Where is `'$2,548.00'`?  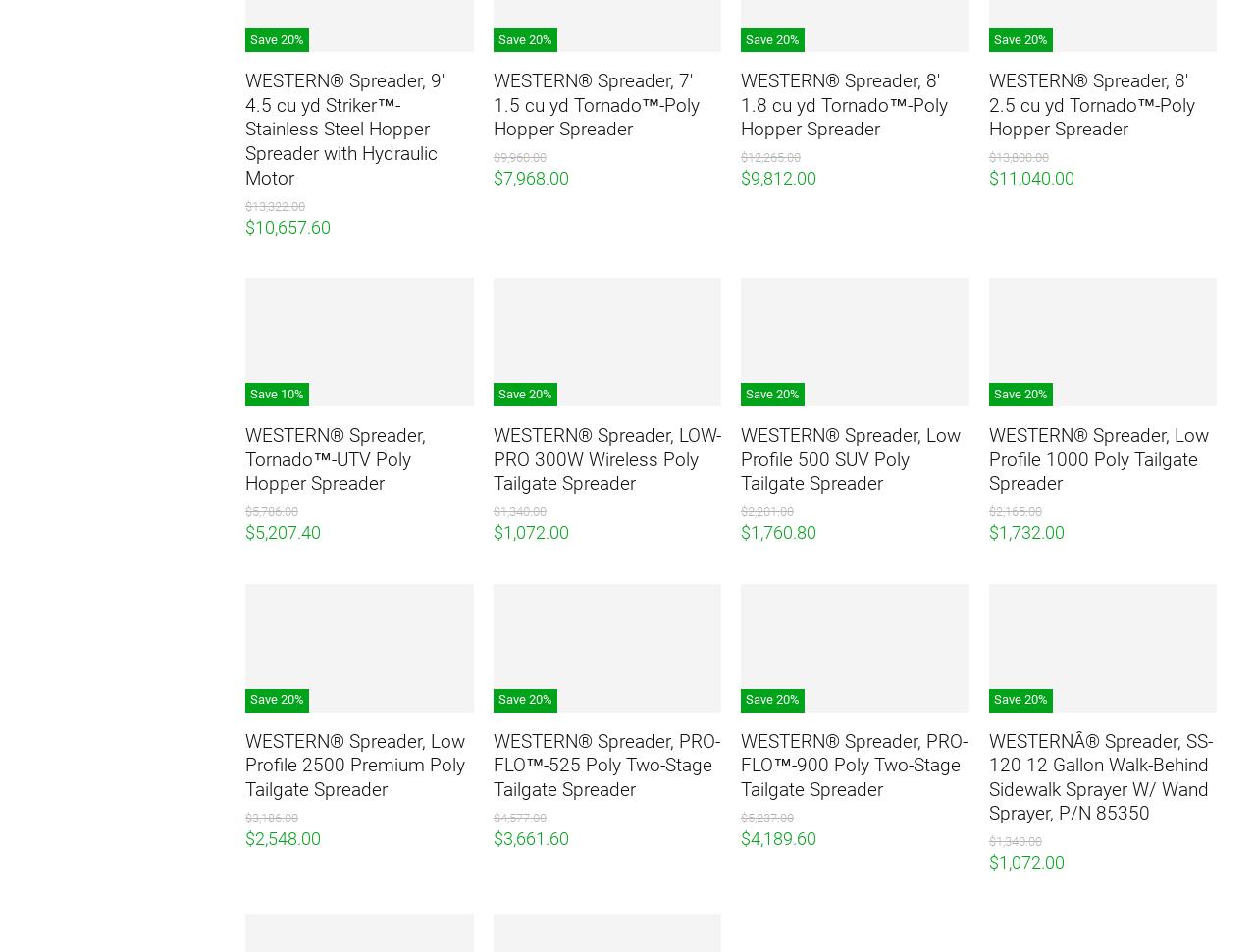 '$2,548.00' is located at coordinates (282, 836).